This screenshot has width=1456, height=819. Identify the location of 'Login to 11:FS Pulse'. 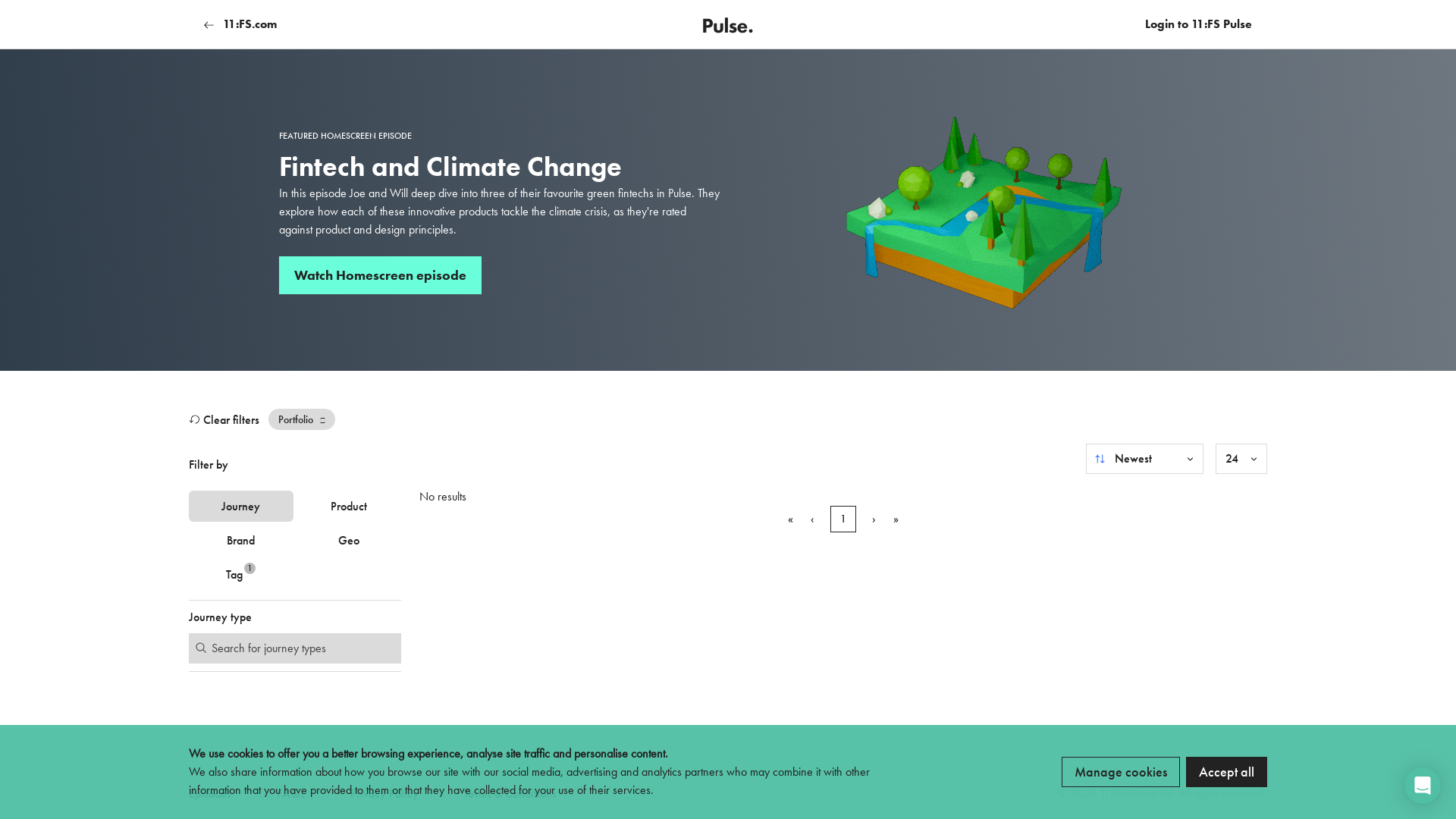
(1197, 24).